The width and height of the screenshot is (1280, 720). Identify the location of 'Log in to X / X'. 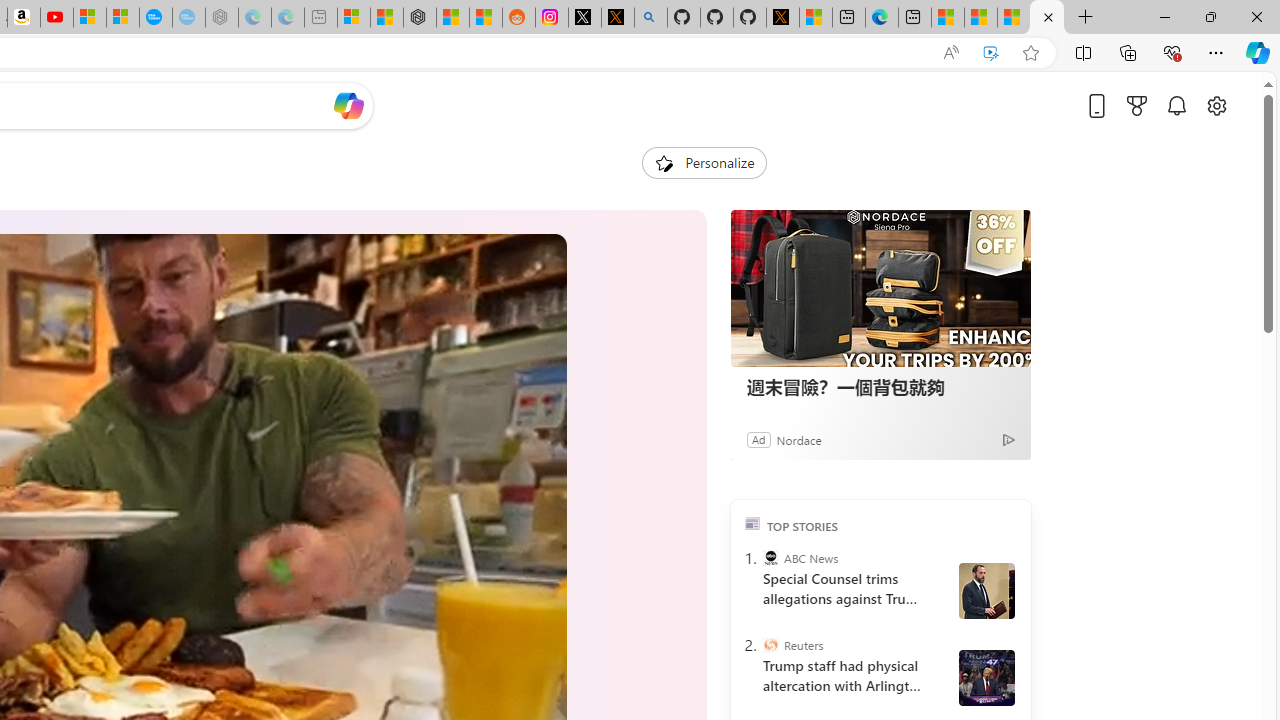
(584, 17).